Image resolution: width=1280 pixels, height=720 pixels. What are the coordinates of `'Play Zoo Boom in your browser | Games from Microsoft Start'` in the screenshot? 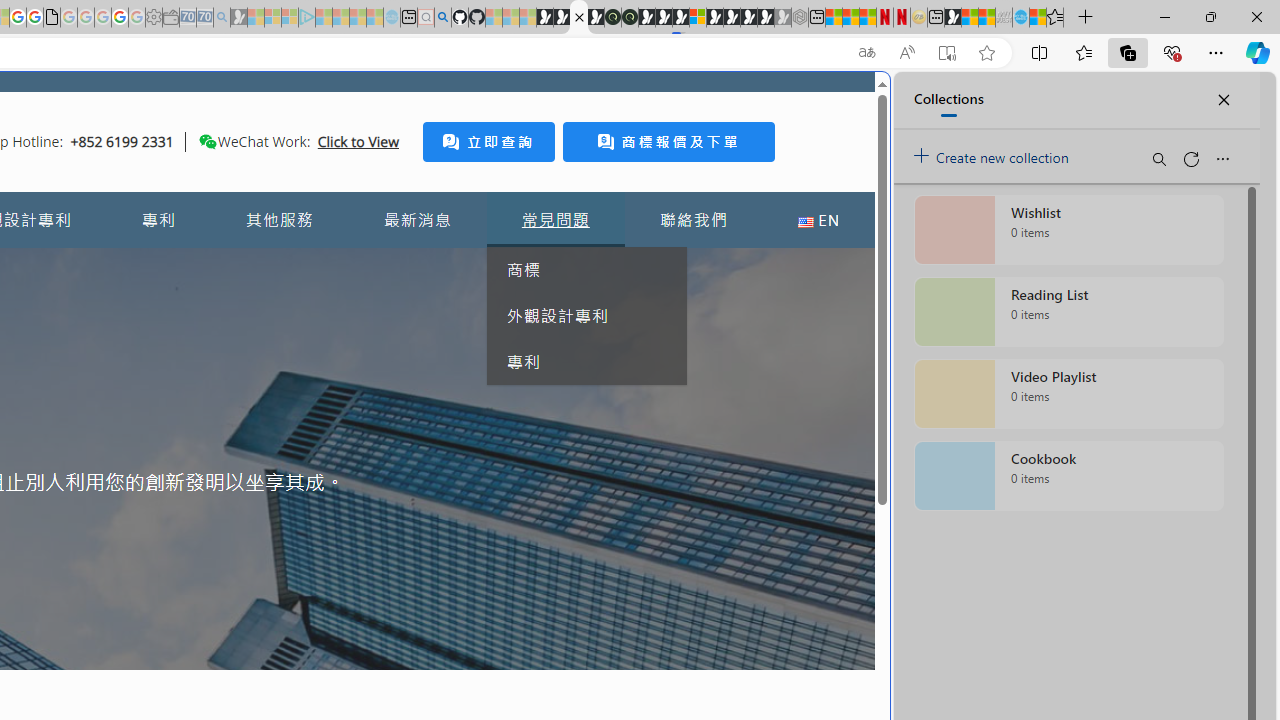 It's located at (560, 17).